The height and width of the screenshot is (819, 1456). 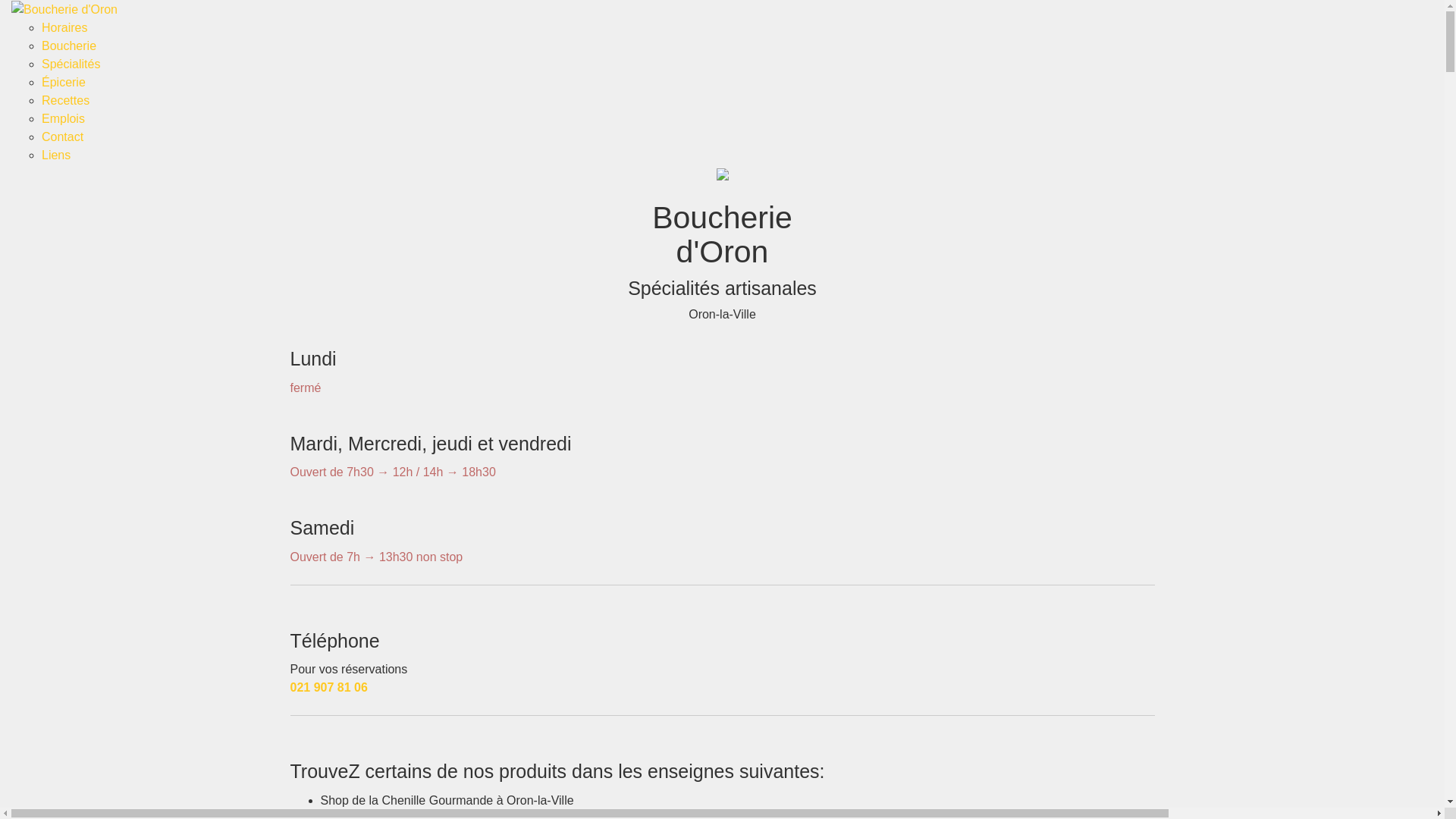 I want to click on 'Recettes', so click(x=64, y=100).